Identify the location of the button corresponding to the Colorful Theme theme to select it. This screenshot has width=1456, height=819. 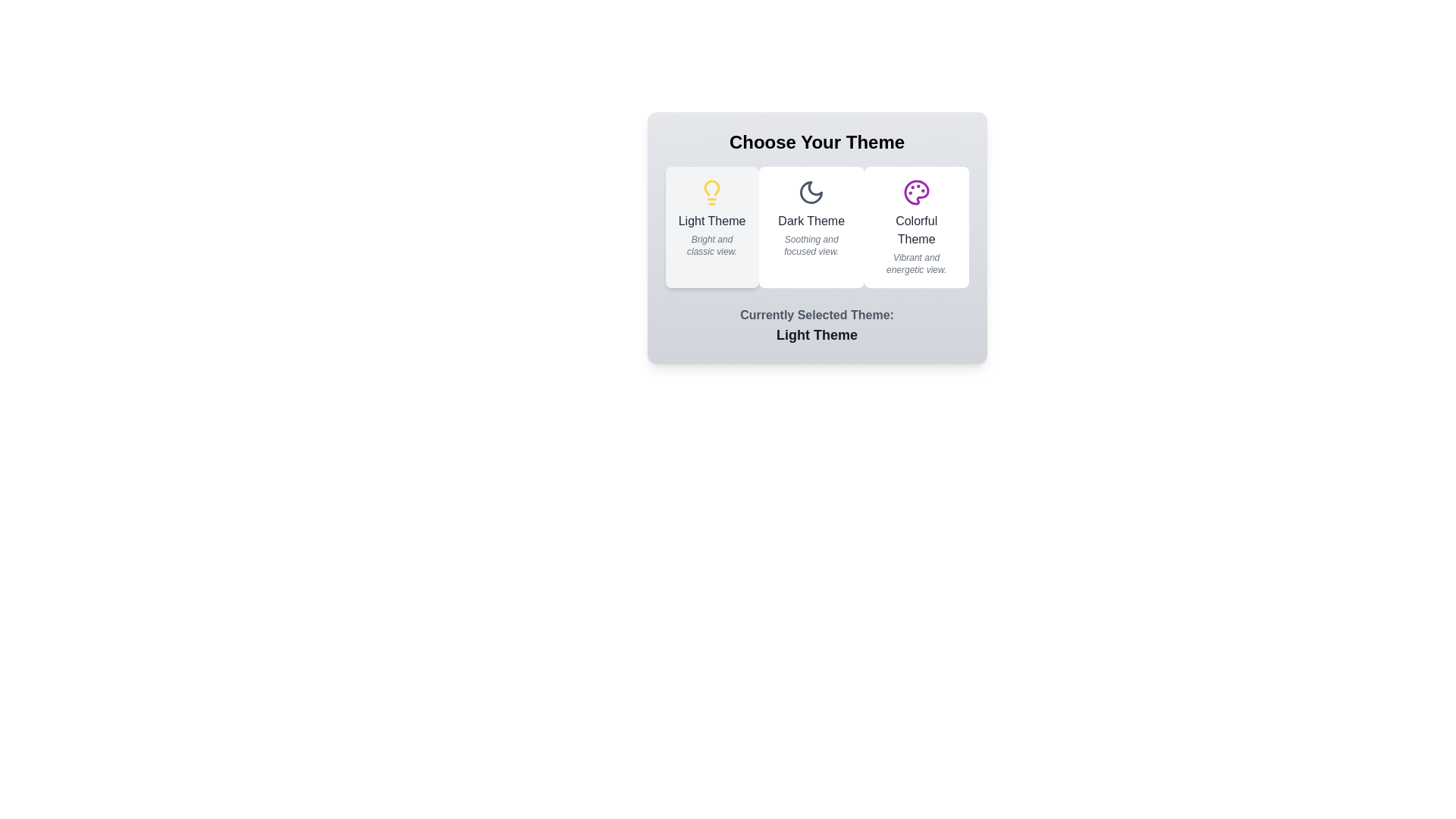
(915, 227).